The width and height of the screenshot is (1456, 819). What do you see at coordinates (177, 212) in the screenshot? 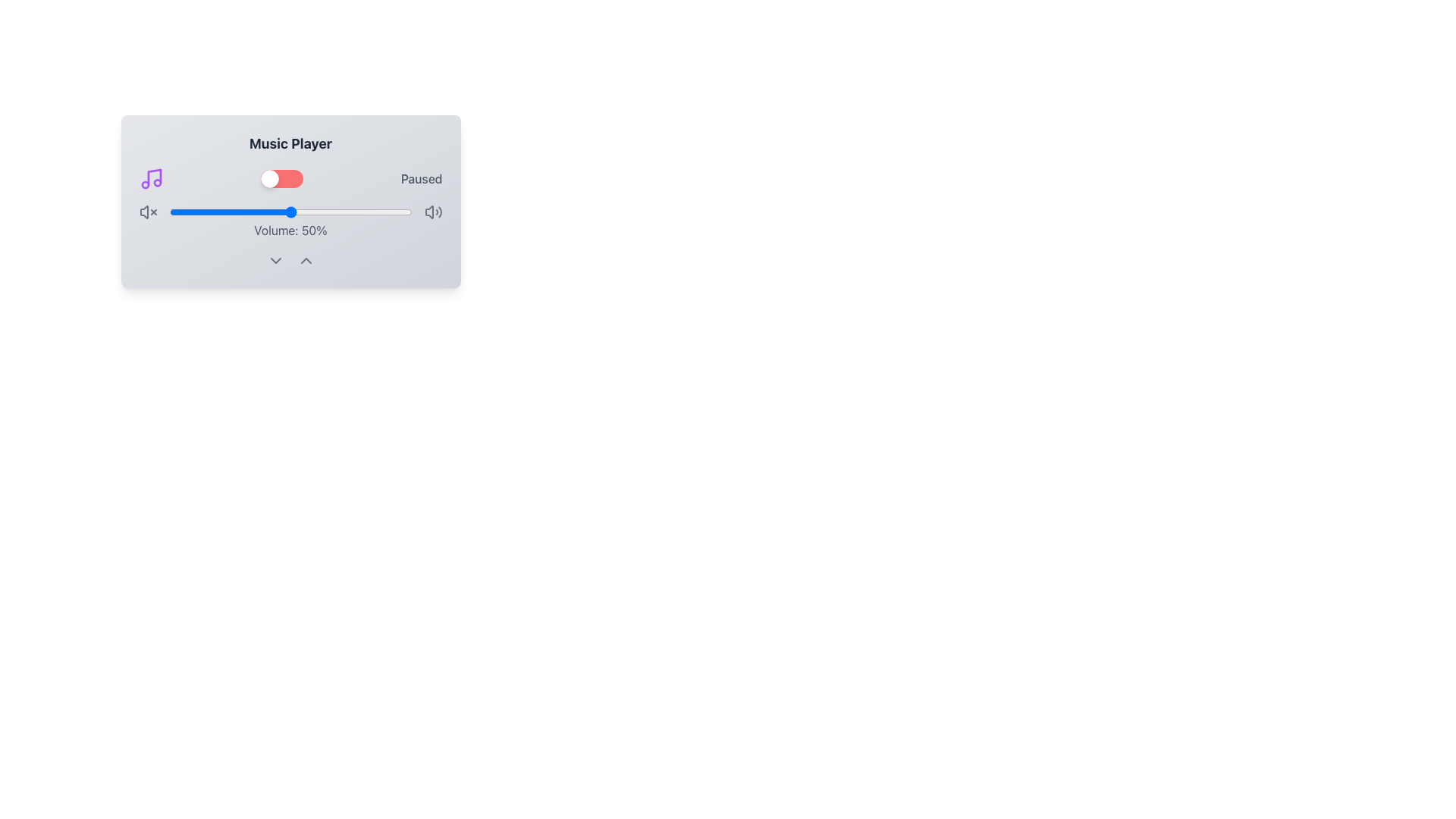
I see `volume` at bounding box center [177, 212].